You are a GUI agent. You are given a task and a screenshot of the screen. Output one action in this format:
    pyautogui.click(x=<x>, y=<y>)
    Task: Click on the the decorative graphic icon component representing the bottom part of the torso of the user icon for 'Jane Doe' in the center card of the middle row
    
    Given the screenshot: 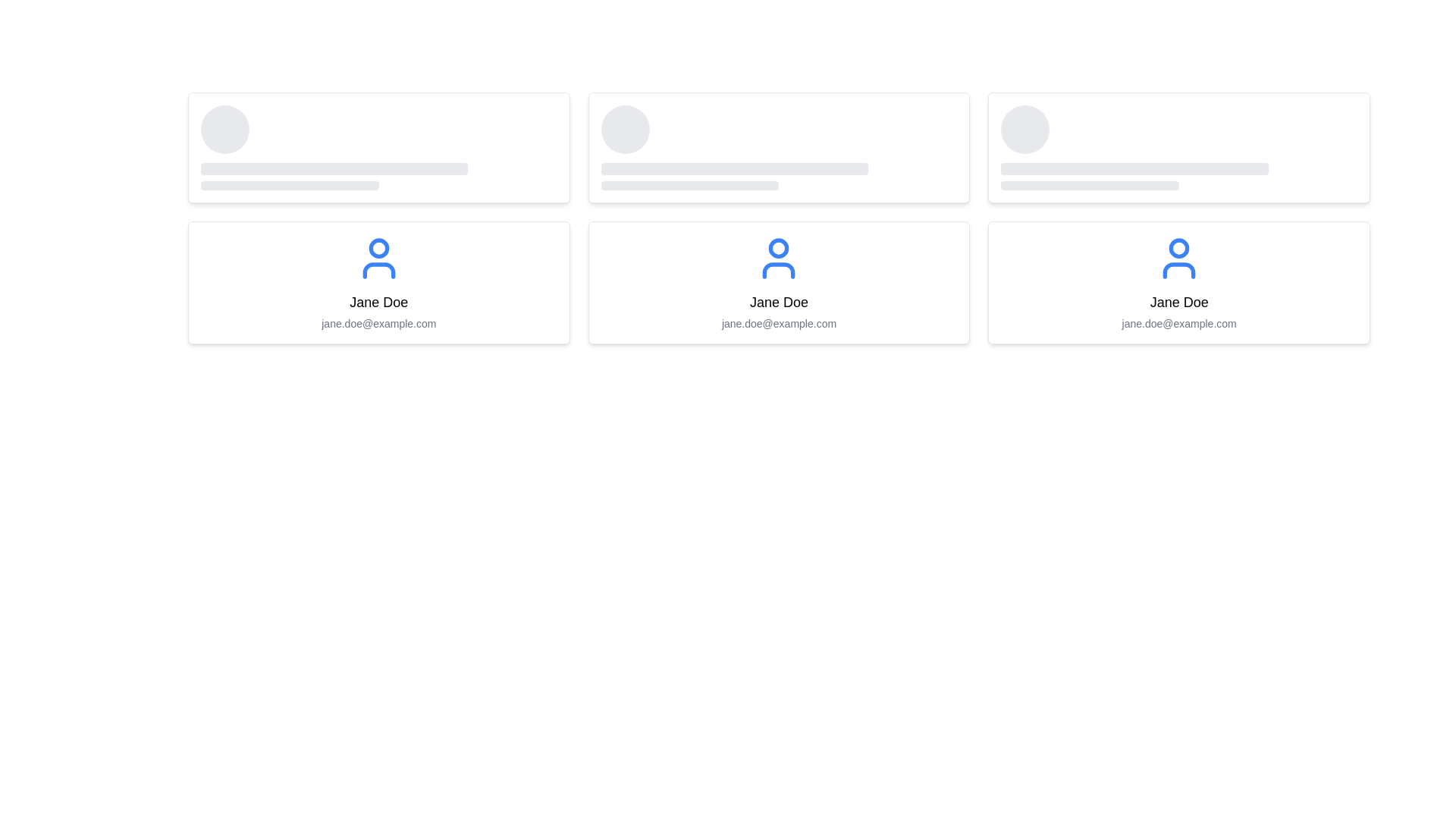 What is the action you would take?
    pyautogui.click(x=779, y=270)
    